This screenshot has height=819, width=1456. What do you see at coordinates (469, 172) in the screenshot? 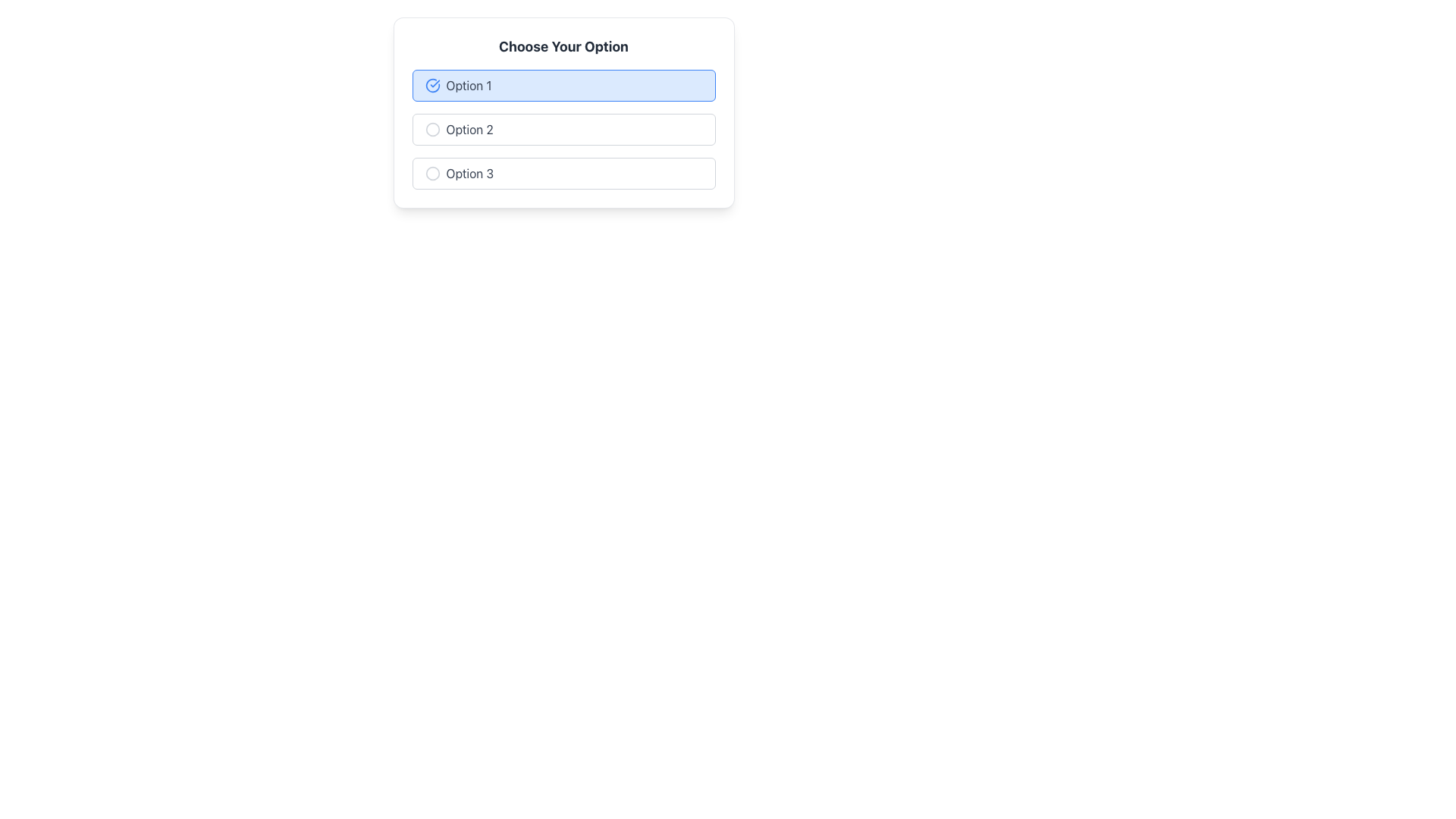
I see `the text label displaying 'Option 3' in gray, which is styled interactively and positioned to the right of a circular marker icon` at bounding box center [469, 172].